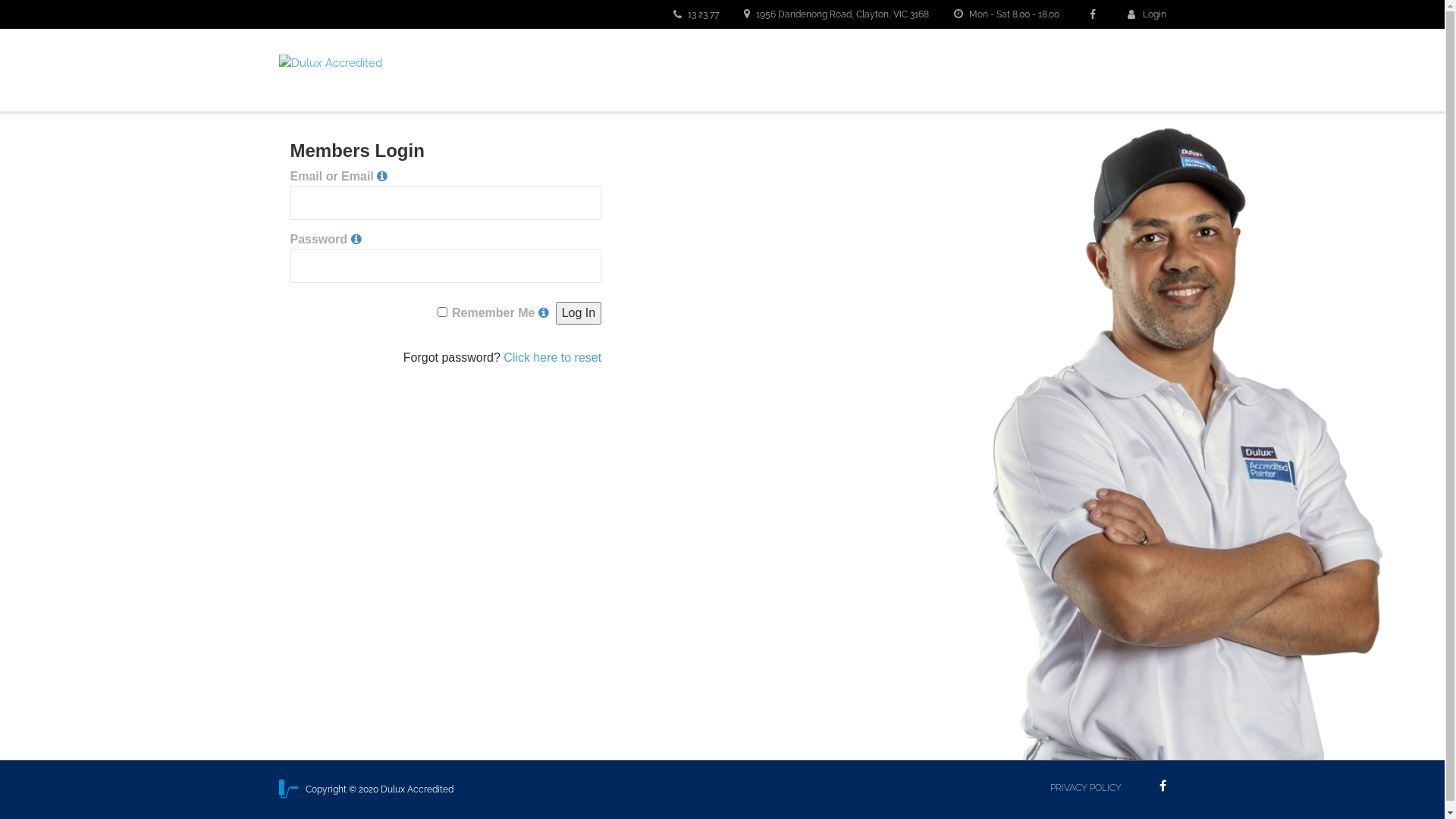 This screenshot has width=1456, height=819. What do you see at coordinates (1084, 786) in the screenshot?
I see `'PRIVACY POLICY'` at bounding box center [1084, 786].